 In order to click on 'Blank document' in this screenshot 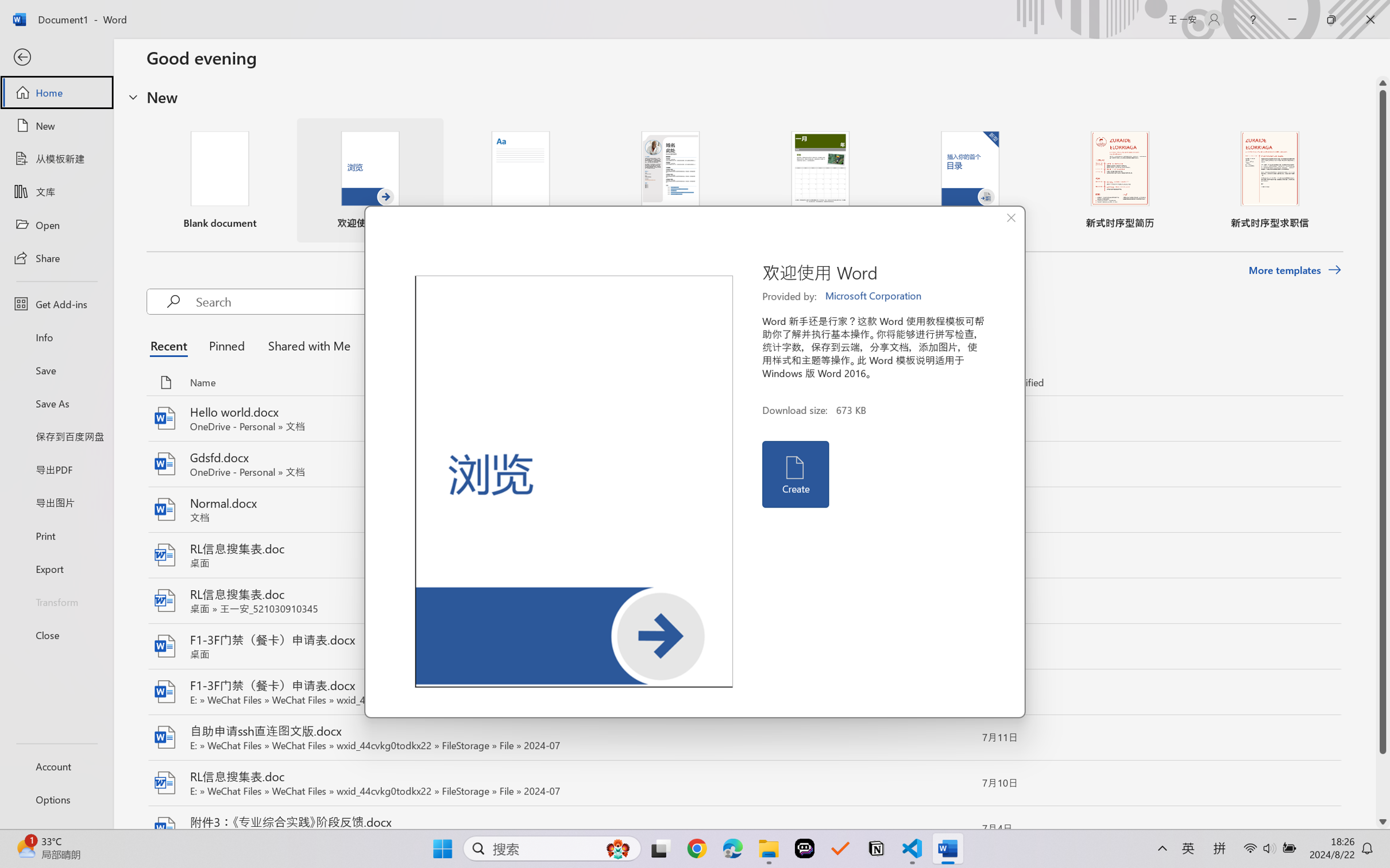, I will do `click(219, 180)`.